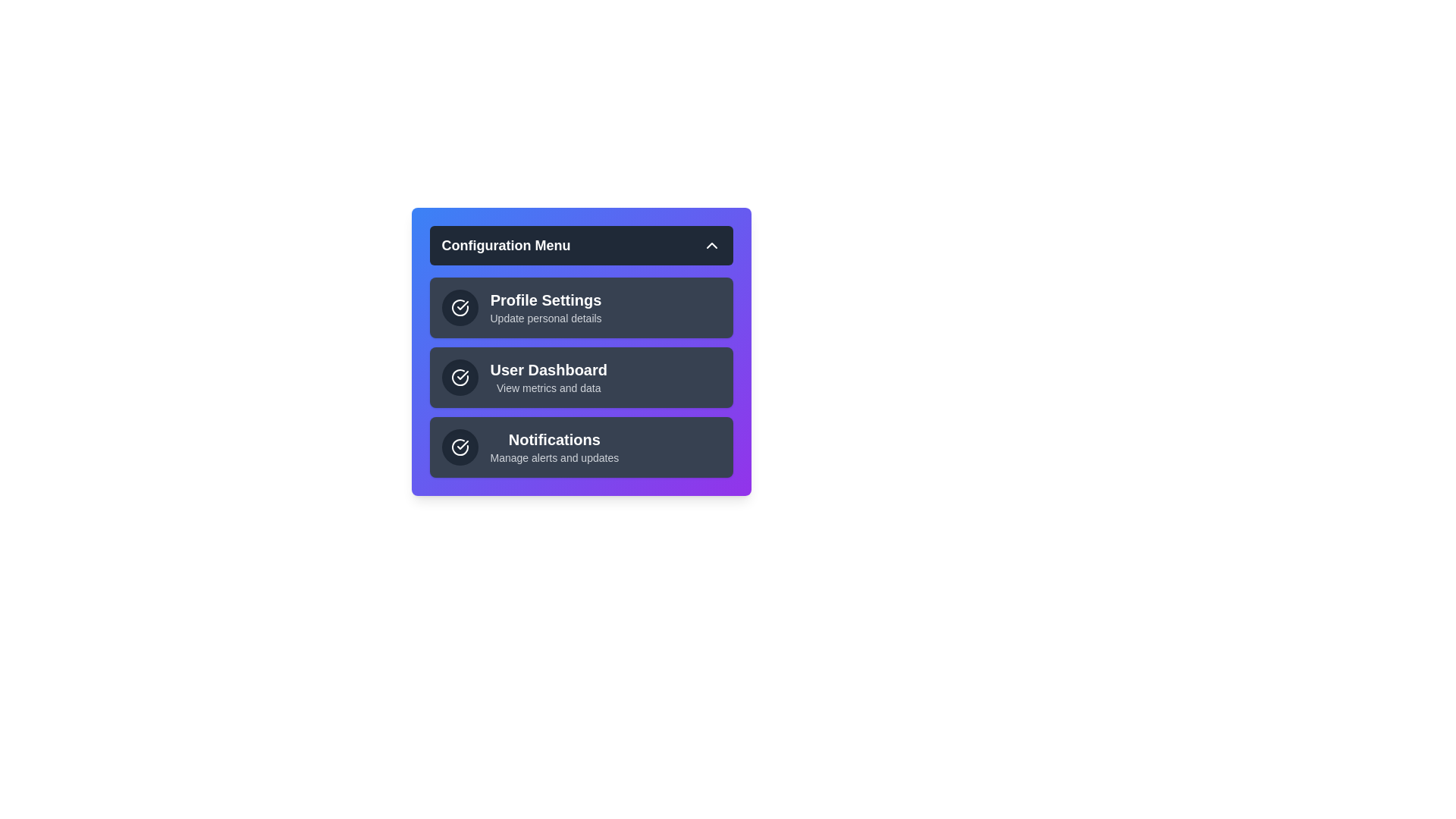 This screenshot has width=1456, height=819. Describe the element at coordinates (580, 307) in the screenshot. I see `the menu item to read its description` at that location.